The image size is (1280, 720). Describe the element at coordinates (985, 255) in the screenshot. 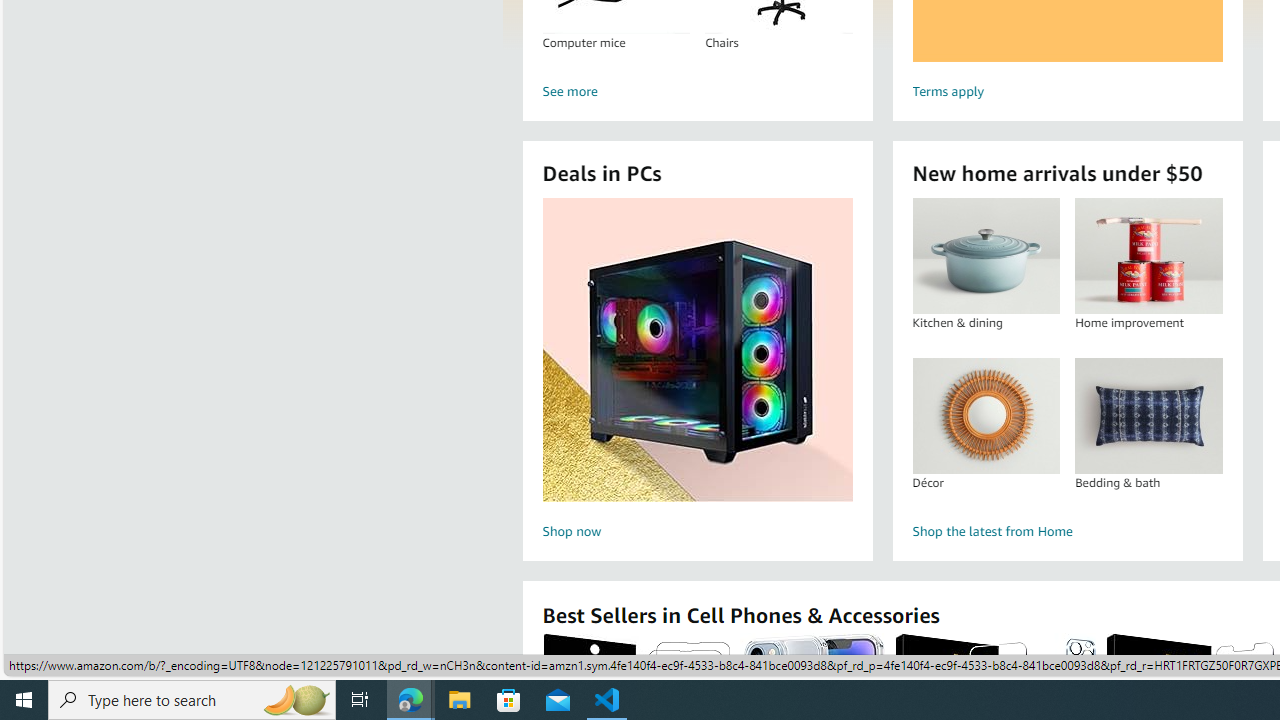

I see `'Kitchen & dining'` at that location.